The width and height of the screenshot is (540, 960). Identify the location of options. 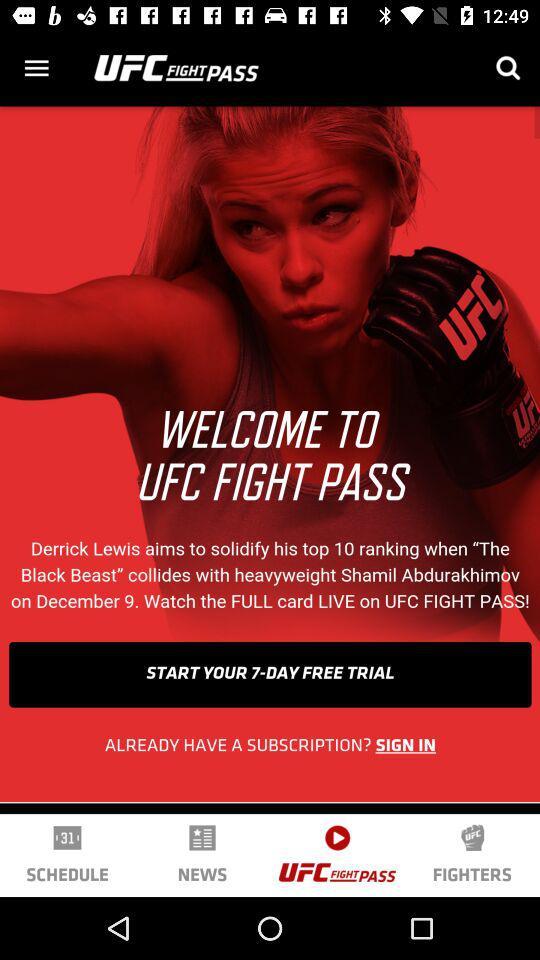
(36, 68).